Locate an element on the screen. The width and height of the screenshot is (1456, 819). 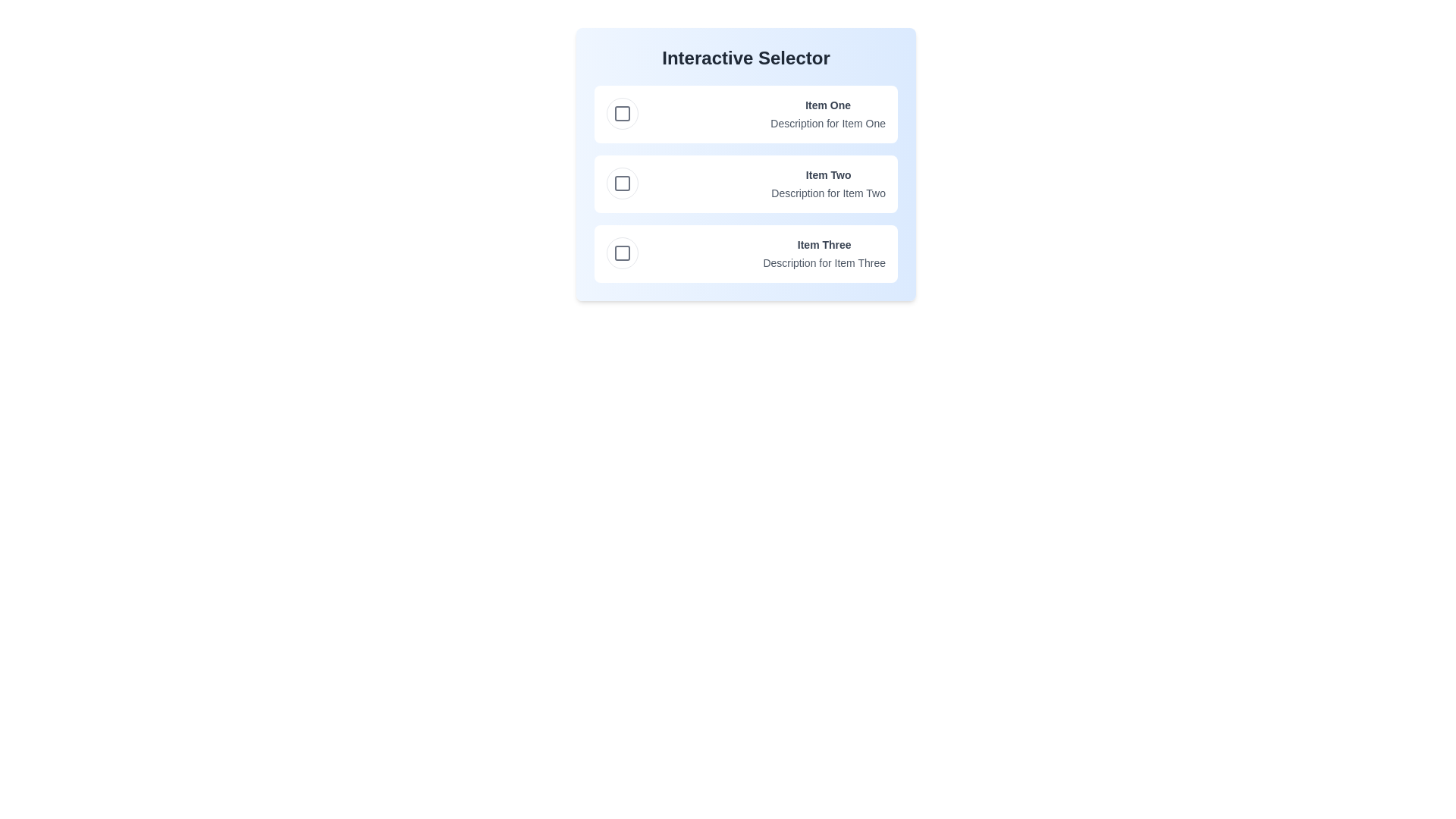
the button associated with the list item labeled 'Item Two', which is positioned on the left side of the descriptive text 'Description for Item Two' is located at coordinates (622, 183).